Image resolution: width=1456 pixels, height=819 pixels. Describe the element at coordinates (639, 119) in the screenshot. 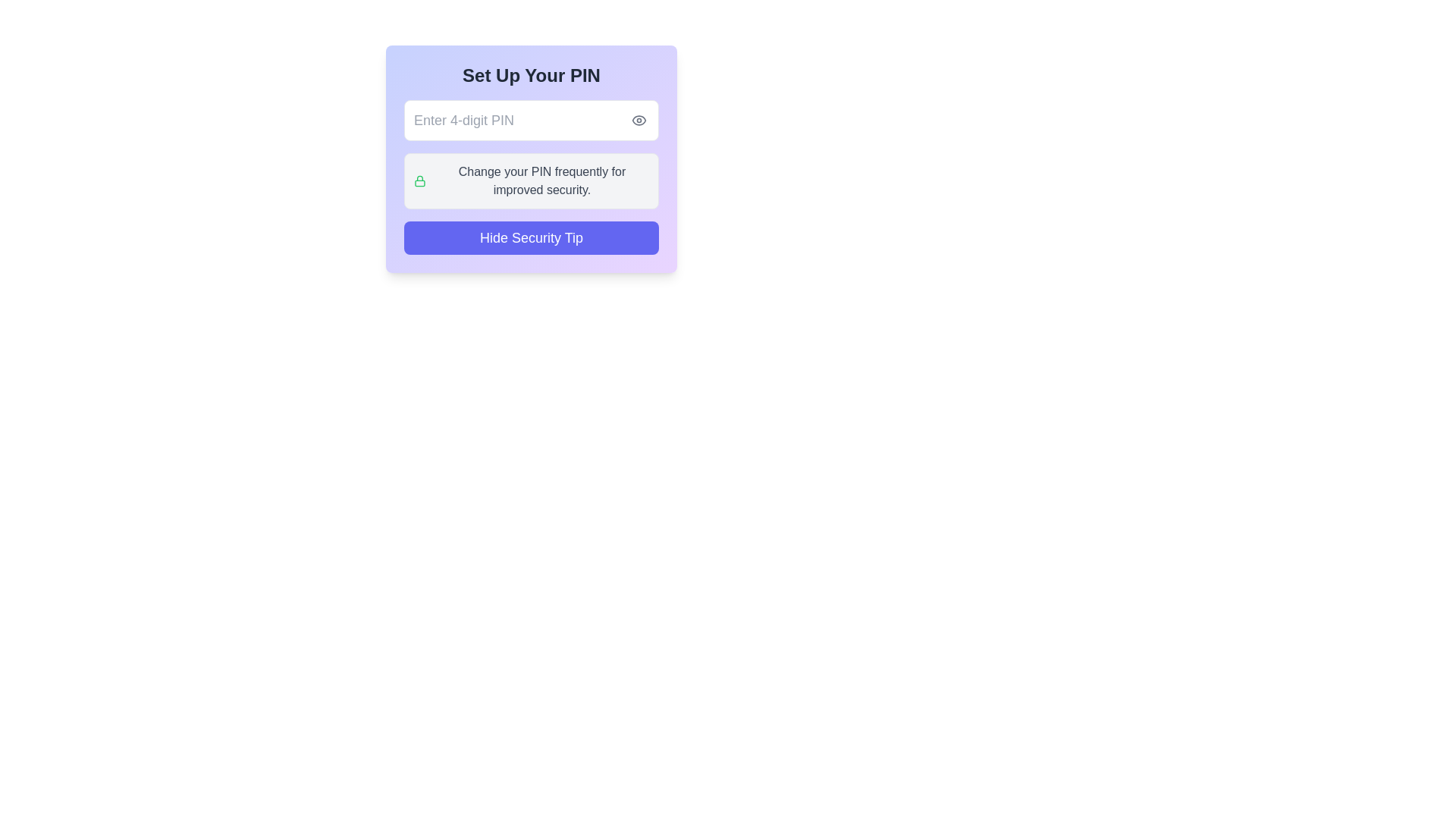

I see `the eye icon button located inside the 'Enter 4-digit PIN' text input field` at that location.